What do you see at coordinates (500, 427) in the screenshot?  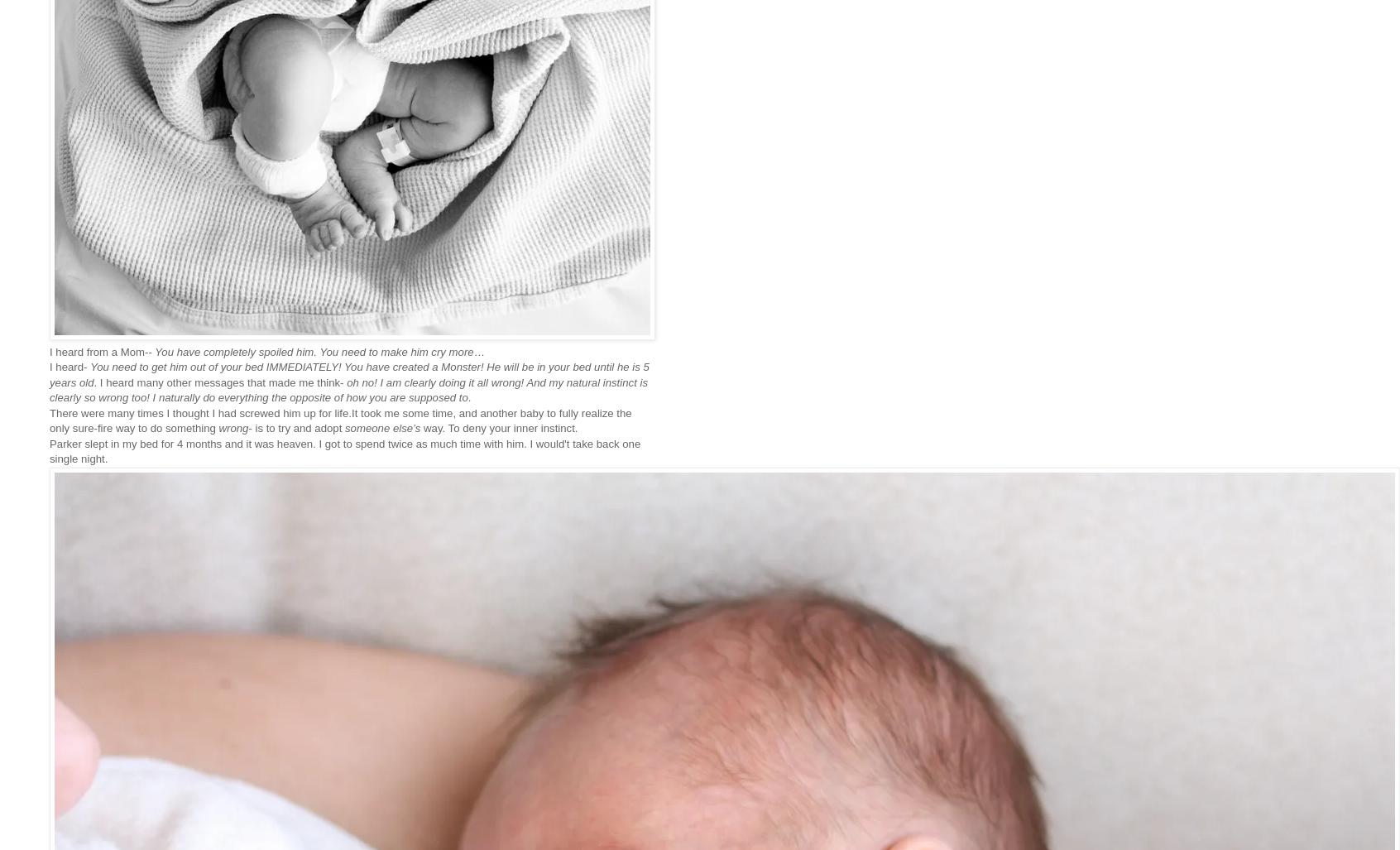 I see `'way. To deny your inner instinct.'` at bounding box center [500, 427].